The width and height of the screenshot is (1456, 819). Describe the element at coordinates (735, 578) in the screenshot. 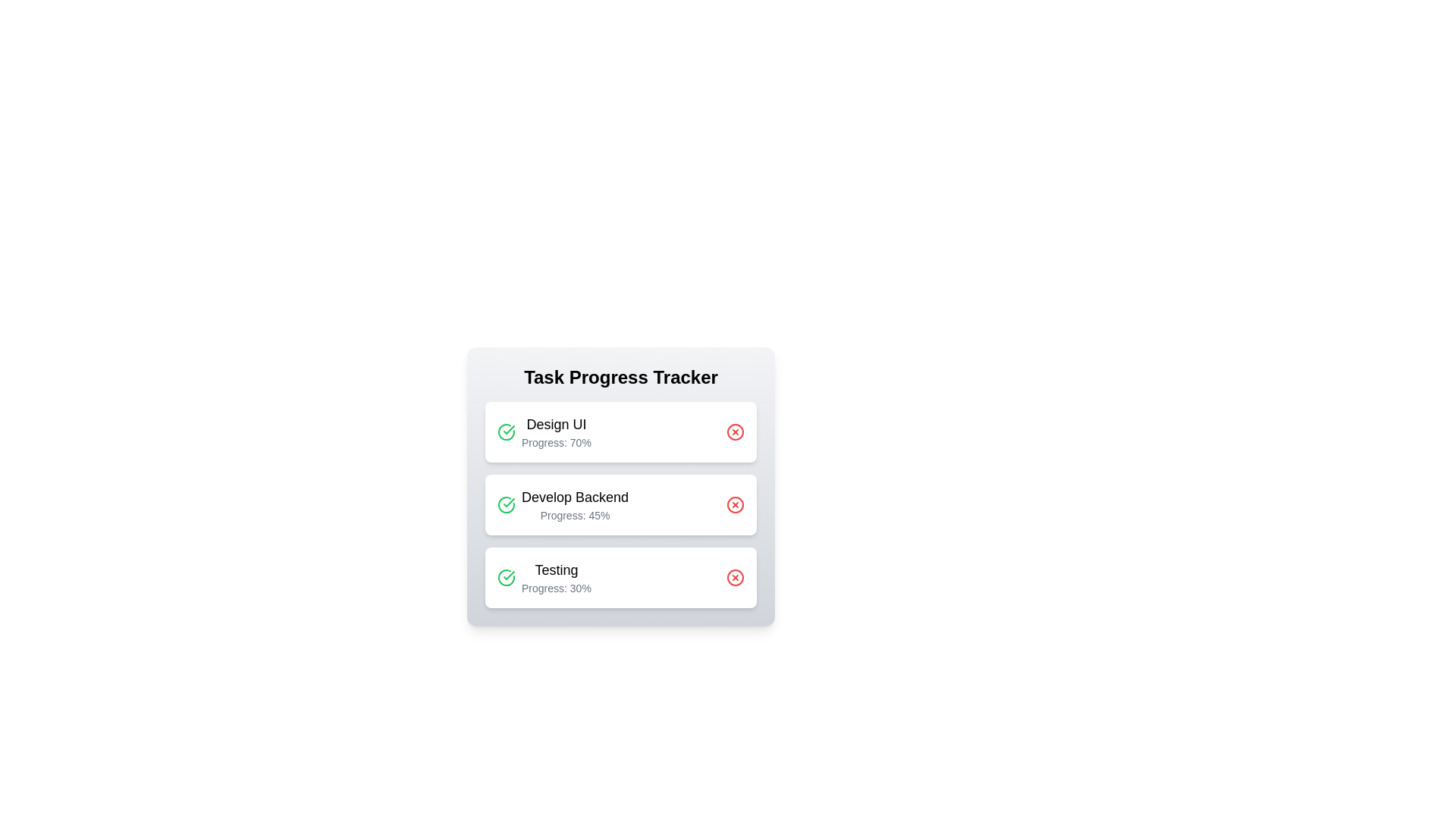

I see `remove button next to the task 'Testing'` at that location.